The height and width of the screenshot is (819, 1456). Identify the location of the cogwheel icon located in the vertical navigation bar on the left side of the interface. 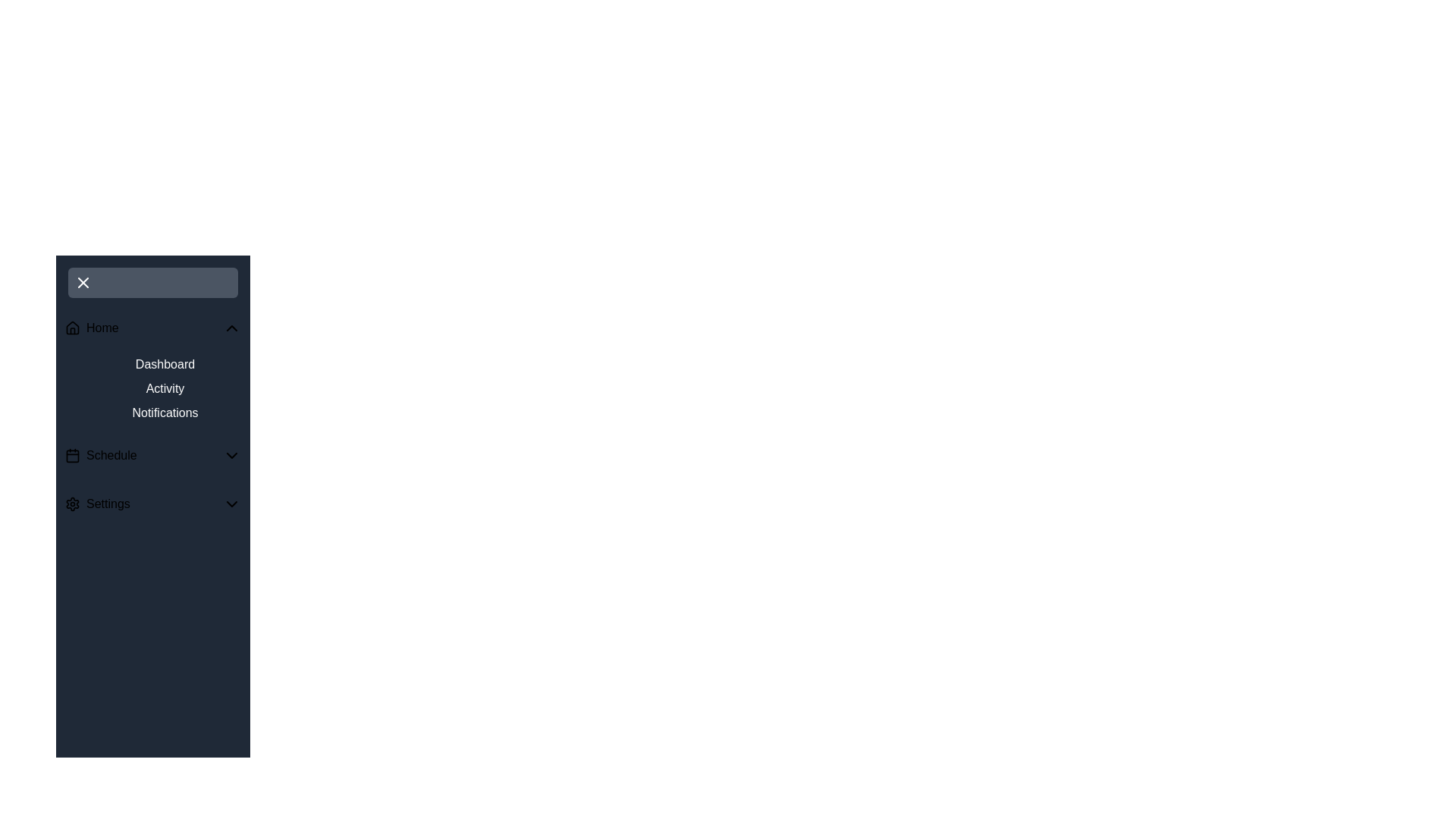
(72, 504).